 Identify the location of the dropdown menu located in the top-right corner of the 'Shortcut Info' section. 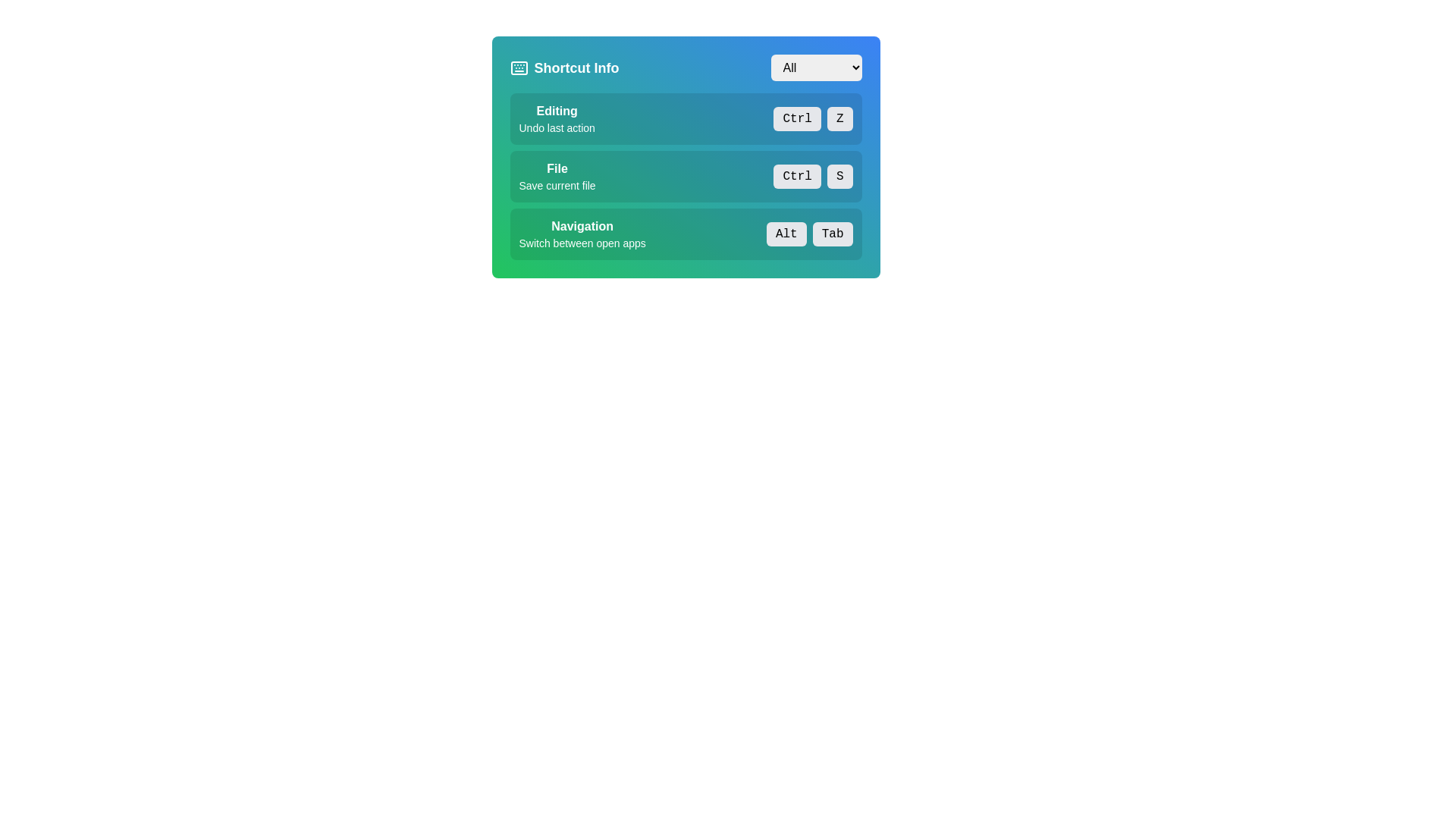
(815, 67).